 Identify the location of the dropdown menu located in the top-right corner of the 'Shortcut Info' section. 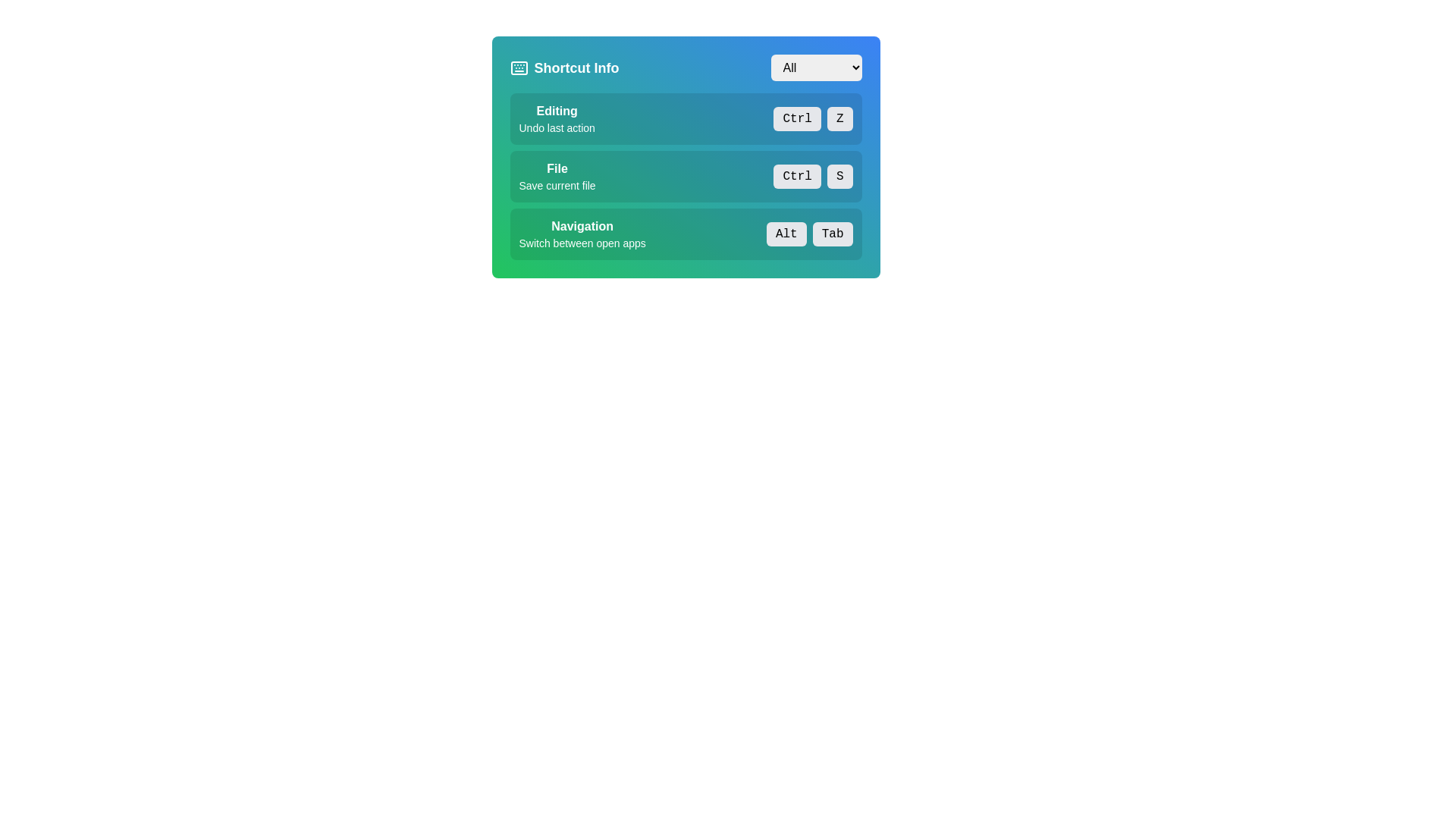
(815, 67).